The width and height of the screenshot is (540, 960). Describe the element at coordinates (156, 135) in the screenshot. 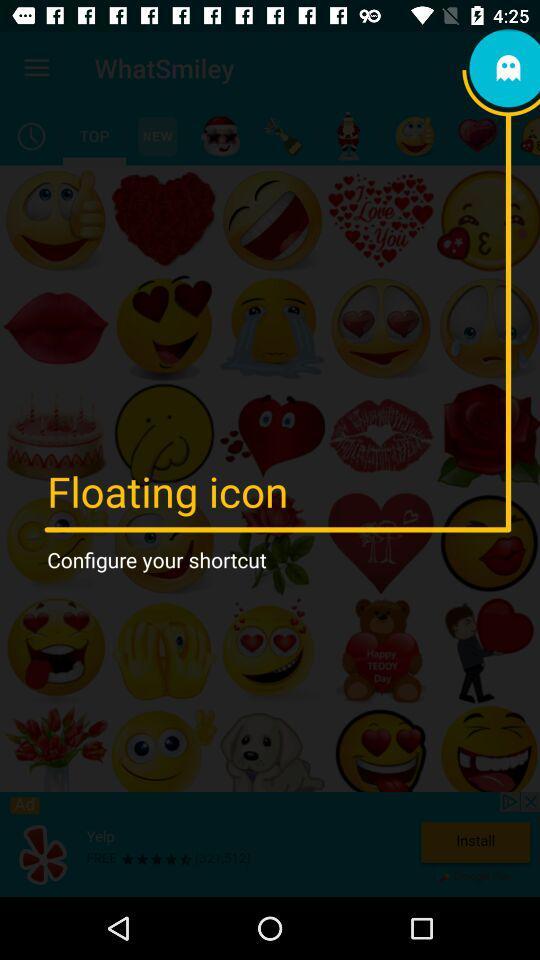

I see `see new emojis` at that location.